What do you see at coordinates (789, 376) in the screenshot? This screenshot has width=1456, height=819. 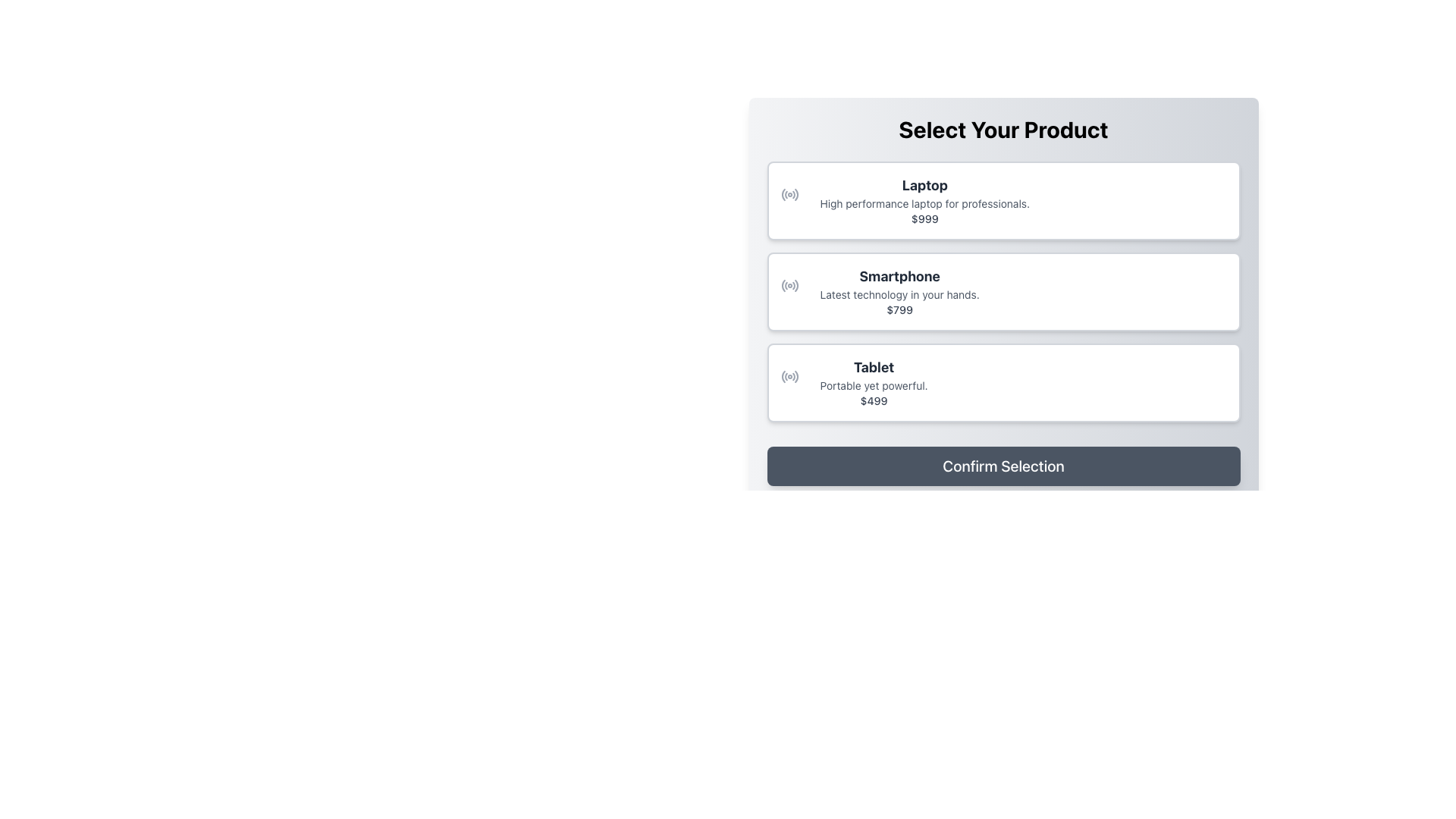 I see `the circular SVG graphic representing a radio wave-like icon, which is styled with a gray color palette and serves as a button or indicator, located near the left end of the 'Tablet' product entry` at bounding box center [789, 376].